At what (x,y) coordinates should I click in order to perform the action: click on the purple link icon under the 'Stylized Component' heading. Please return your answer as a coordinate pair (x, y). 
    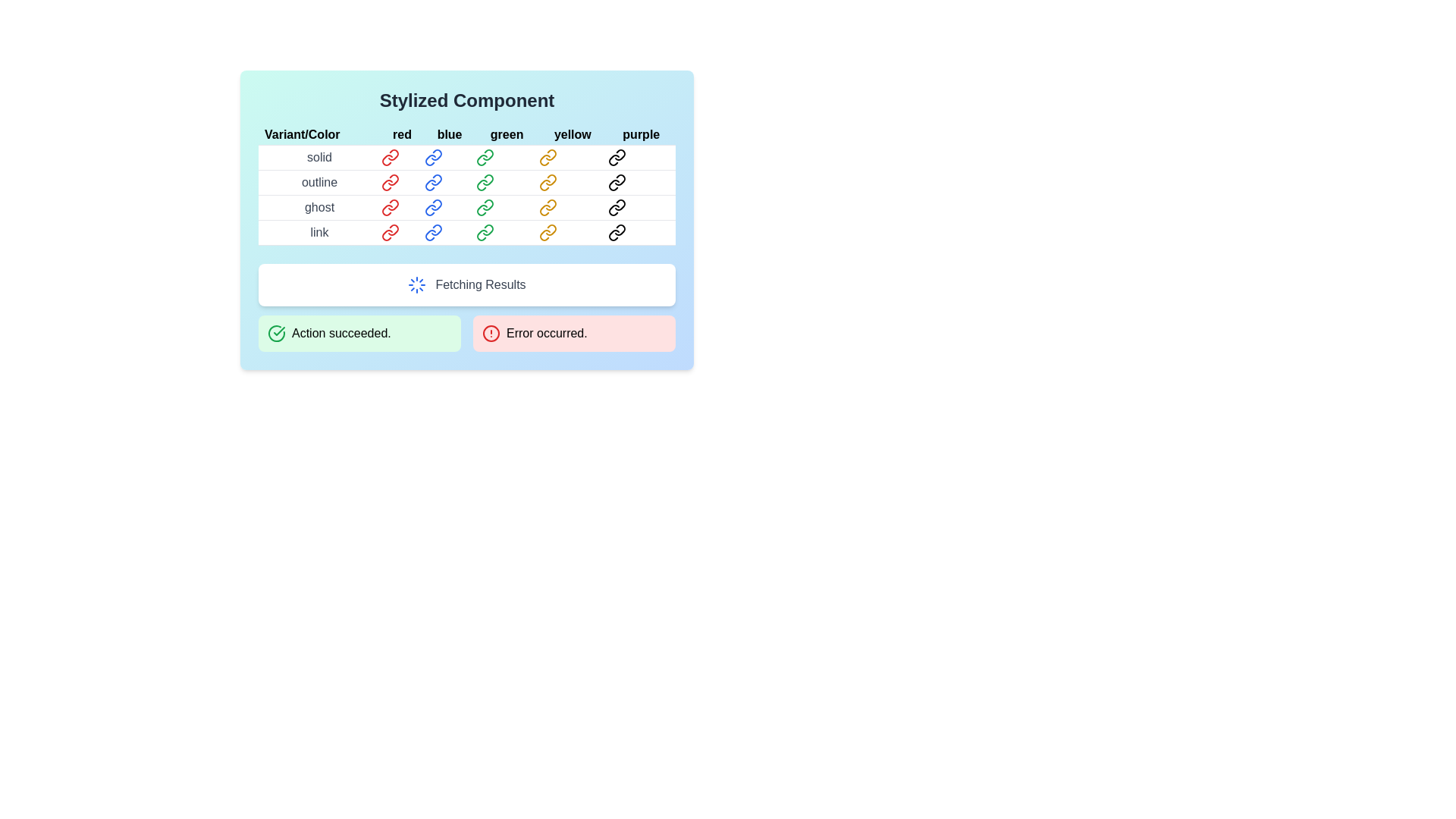
    Looking at the image, I should click on (617, 233).